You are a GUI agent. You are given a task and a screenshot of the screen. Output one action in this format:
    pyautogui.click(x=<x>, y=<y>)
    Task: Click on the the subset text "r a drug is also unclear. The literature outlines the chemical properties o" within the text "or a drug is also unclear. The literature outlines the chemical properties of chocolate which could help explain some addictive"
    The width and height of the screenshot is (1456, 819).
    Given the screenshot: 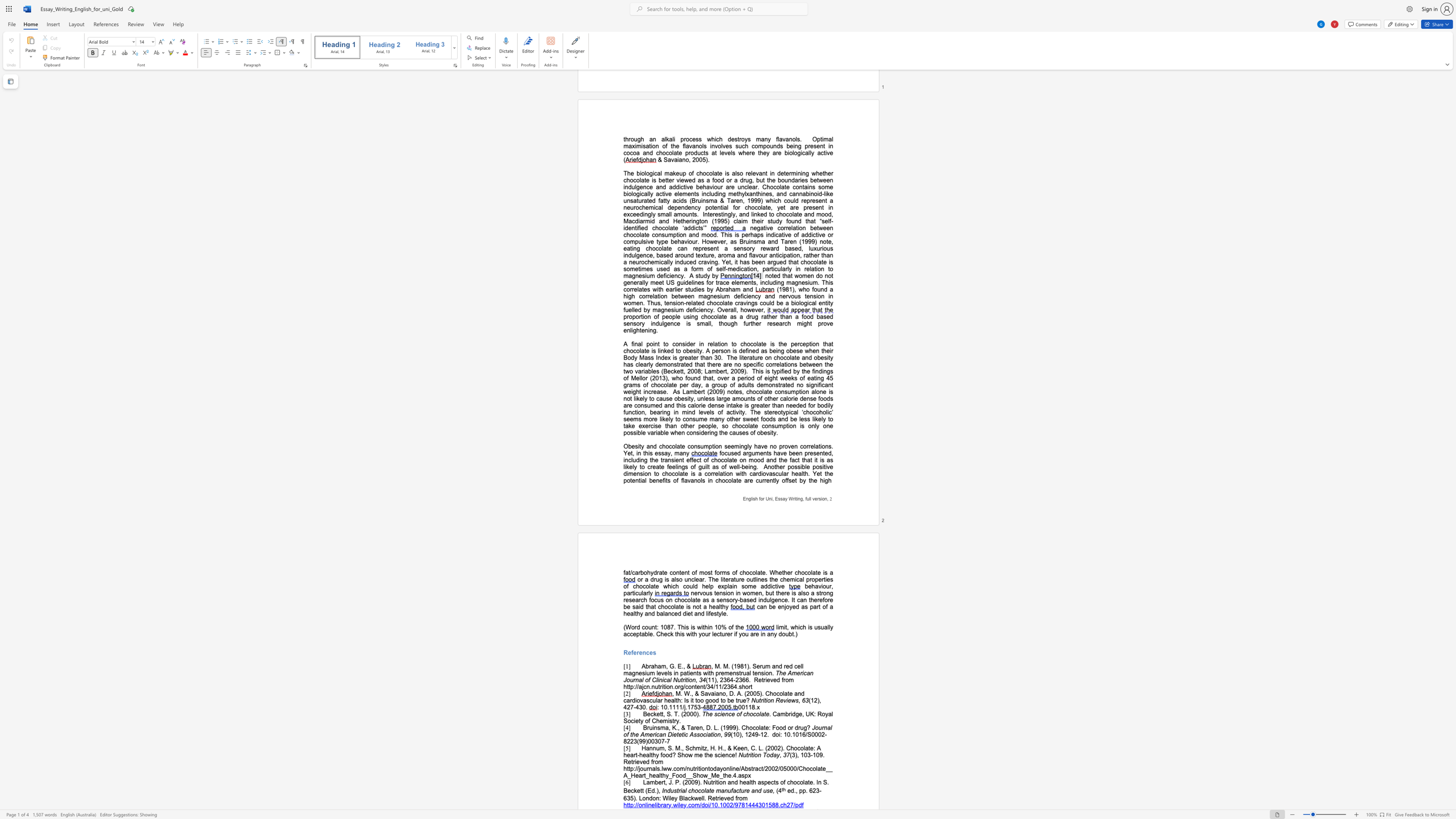 What is the action you would take?
    pyautogui.click(x=640, y=579)
    